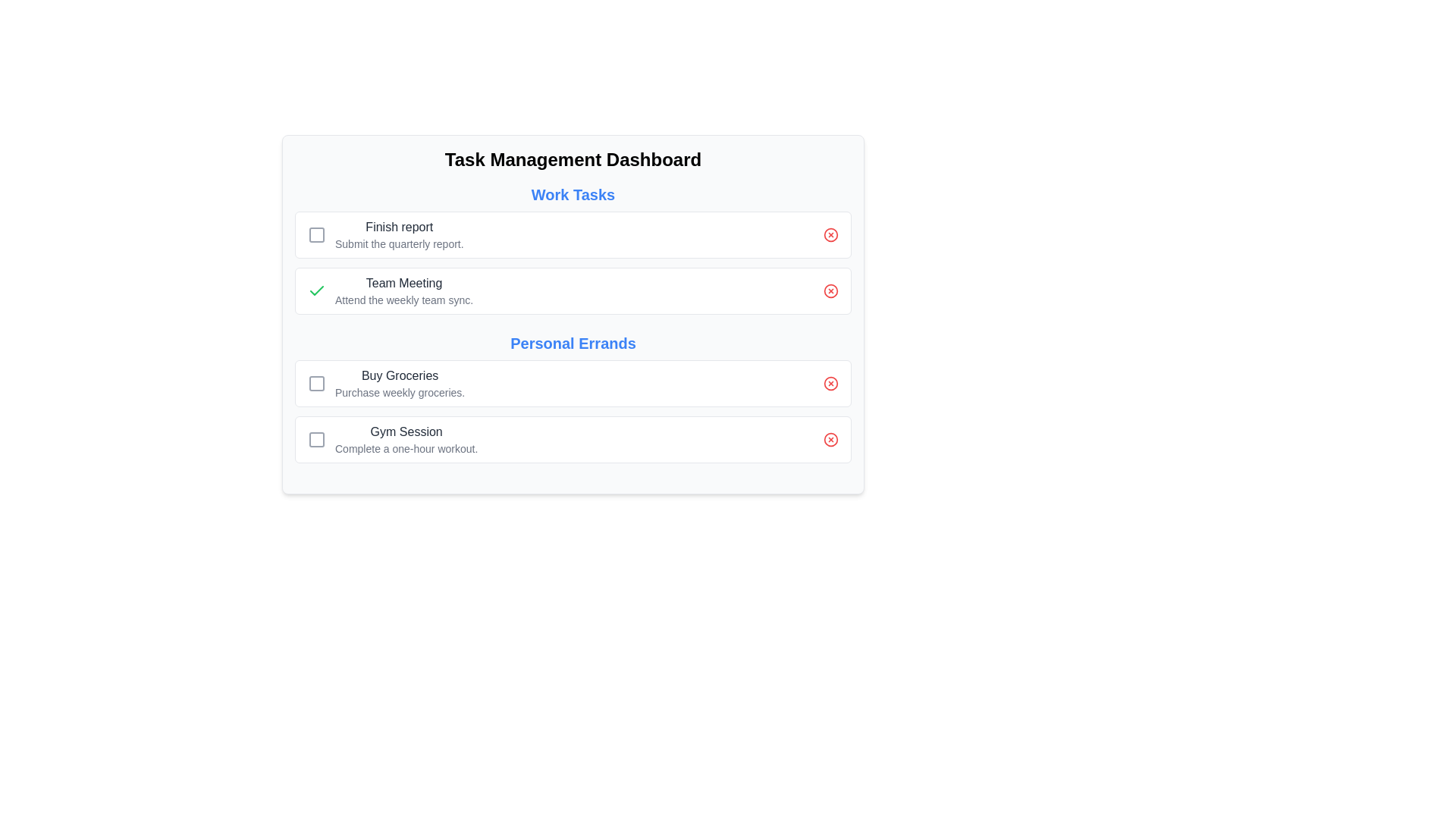 The width and height of the screenshot is (1456, 819). Describe the element at coordinates (315, 290) in the screenshot. I see `the checkmark icon within the SVG element located at the top-right section of the 'Team Meeting' task card in the 'Work Tasks' category` at that location.